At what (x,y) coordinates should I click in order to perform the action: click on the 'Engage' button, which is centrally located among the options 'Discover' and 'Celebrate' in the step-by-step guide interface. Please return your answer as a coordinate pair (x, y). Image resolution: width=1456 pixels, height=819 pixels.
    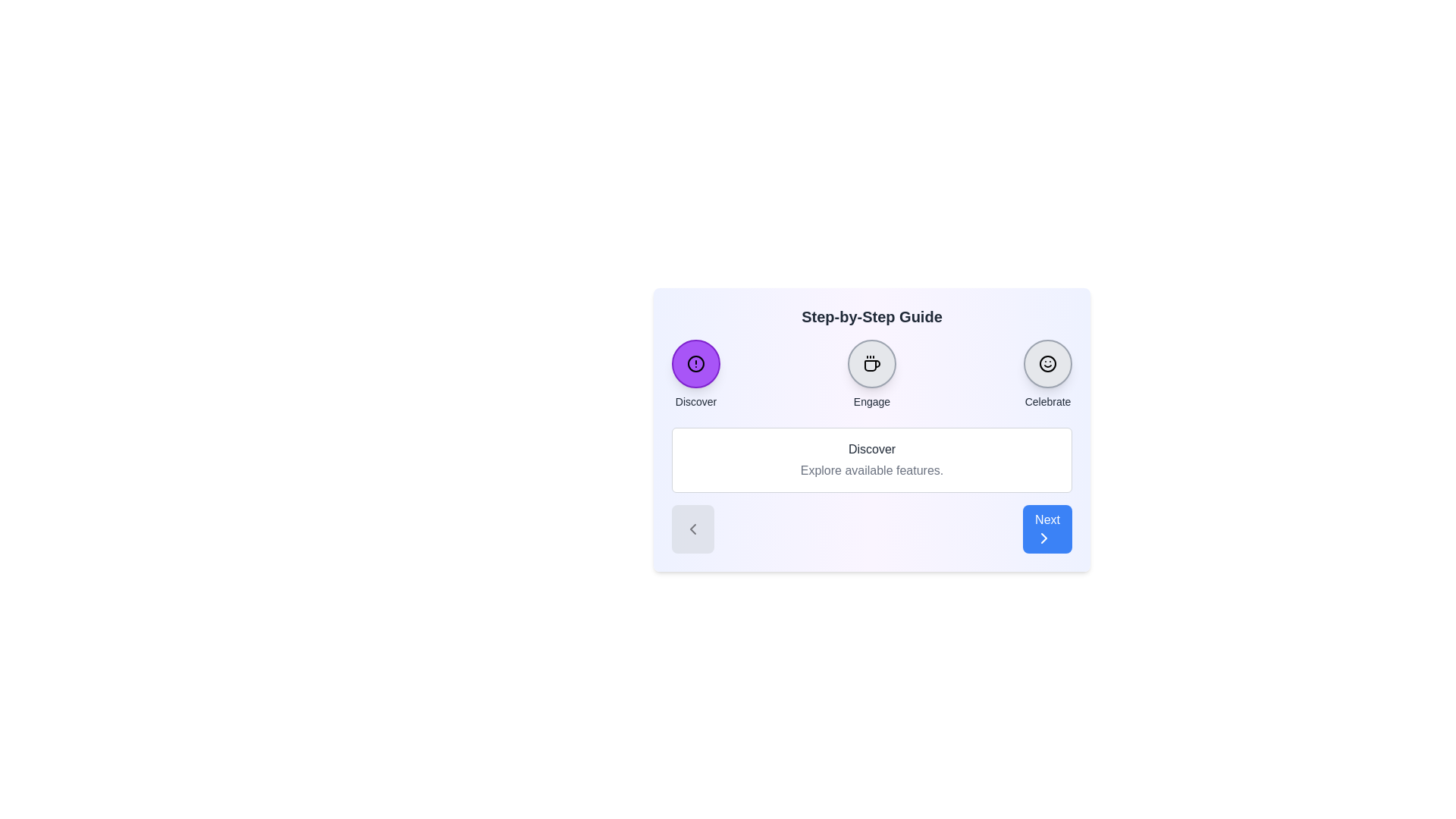
    Looking at the image, I should click on (872, 374).